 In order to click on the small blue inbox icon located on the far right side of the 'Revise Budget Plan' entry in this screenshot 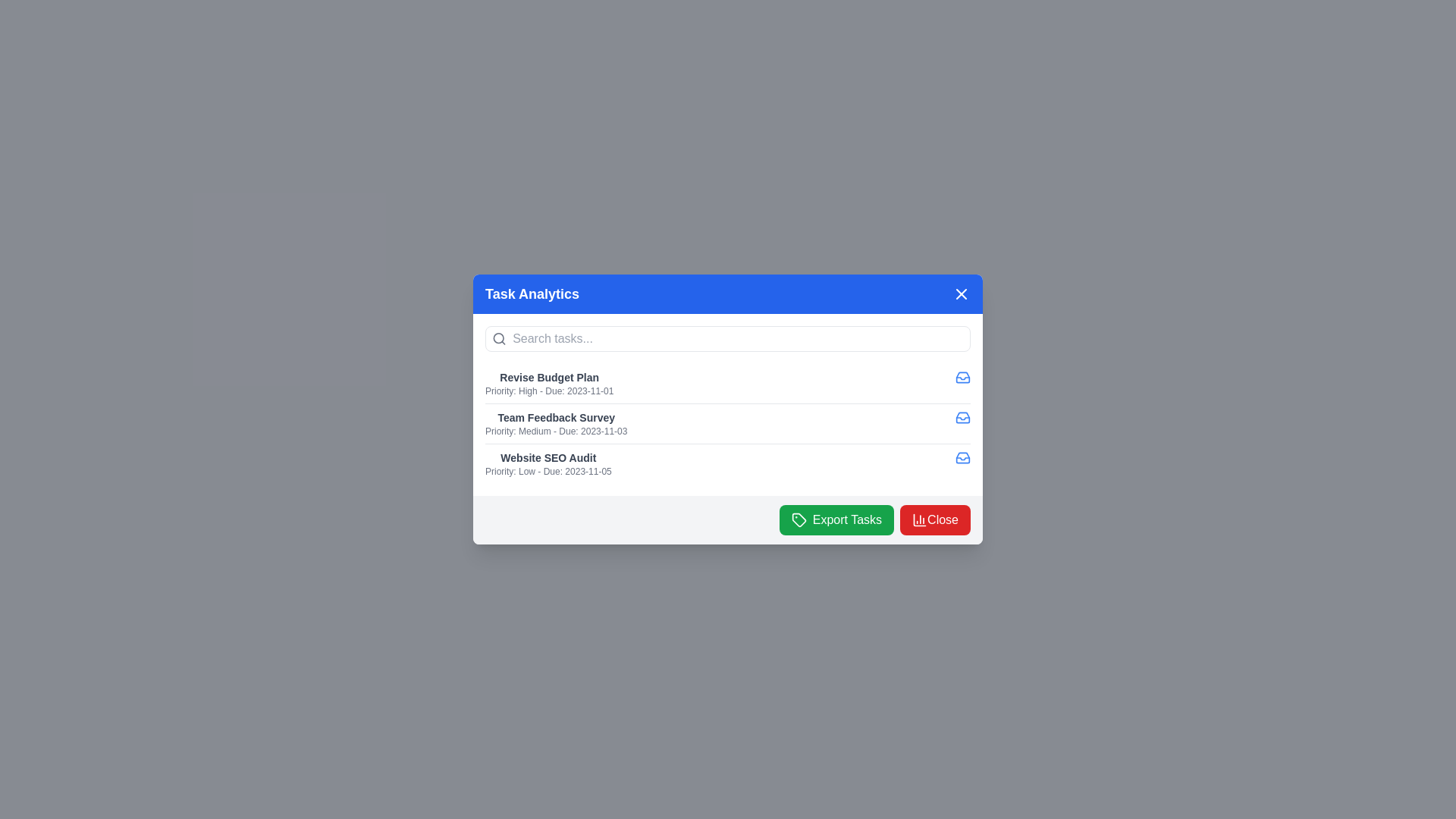, I will do `click(962, 376)`.